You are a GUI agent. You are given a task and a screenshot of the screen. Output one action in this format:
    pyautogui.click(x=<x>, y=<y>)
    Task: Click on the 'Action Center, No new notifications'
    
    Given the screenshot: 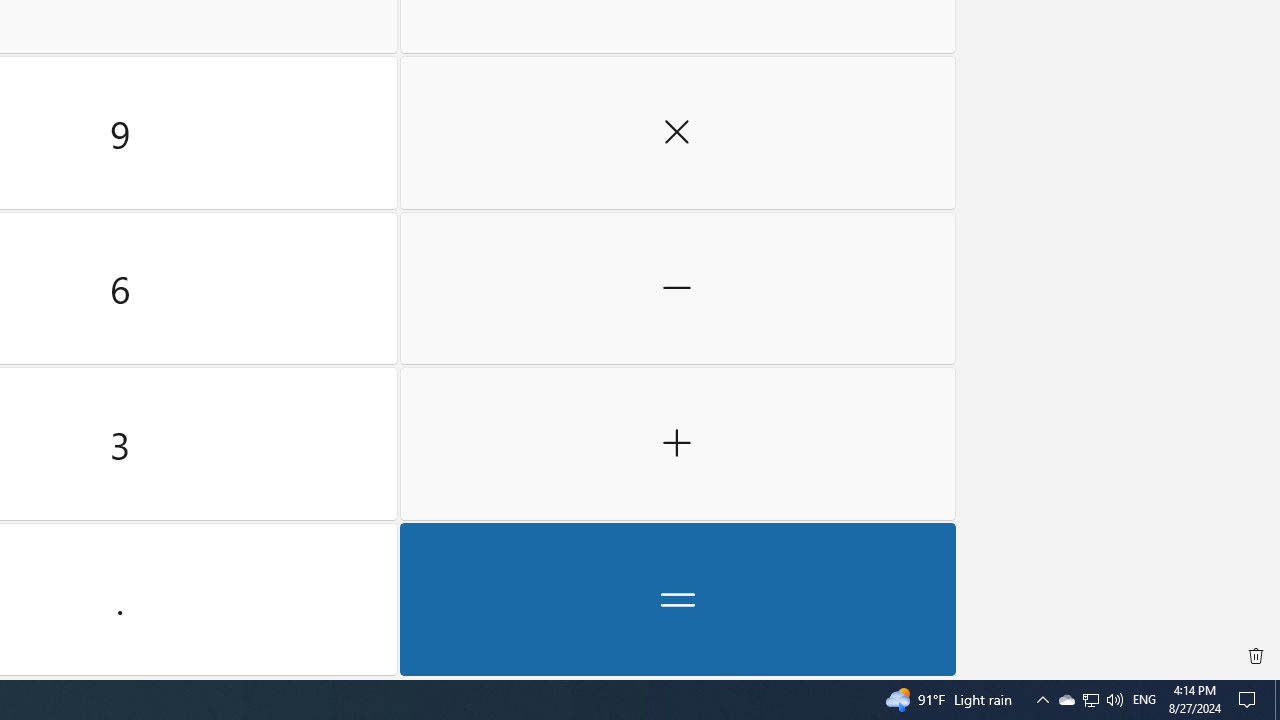 What is the action you would take?
    pyautogui.click(x=1250, y=698)
    